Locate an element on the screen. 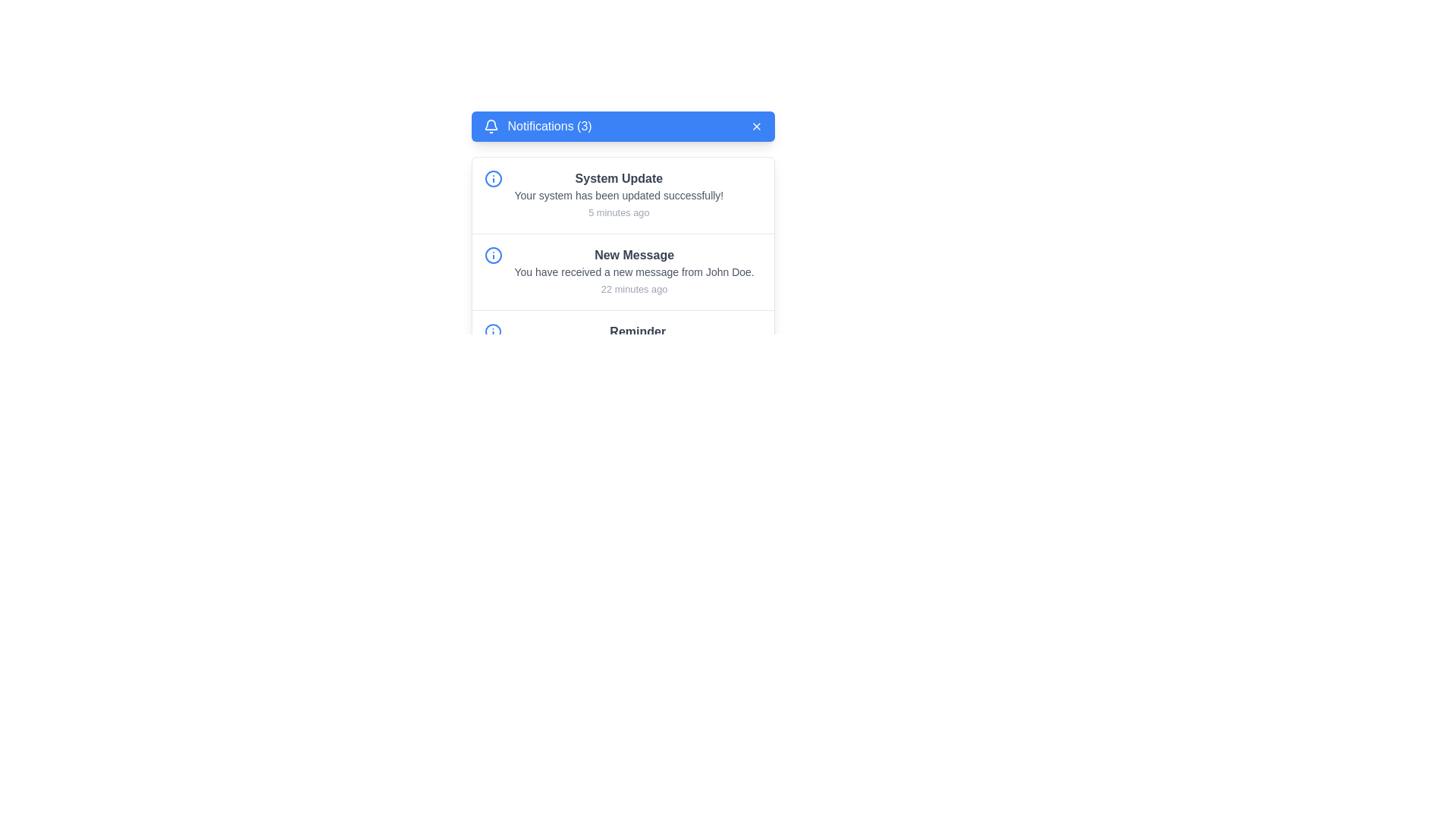  the small bell icon representing notifications, which is located in the top-left portion of the notification panel header, to the left of the 'Notifications (3)' text is located at coordinates (491, 125).